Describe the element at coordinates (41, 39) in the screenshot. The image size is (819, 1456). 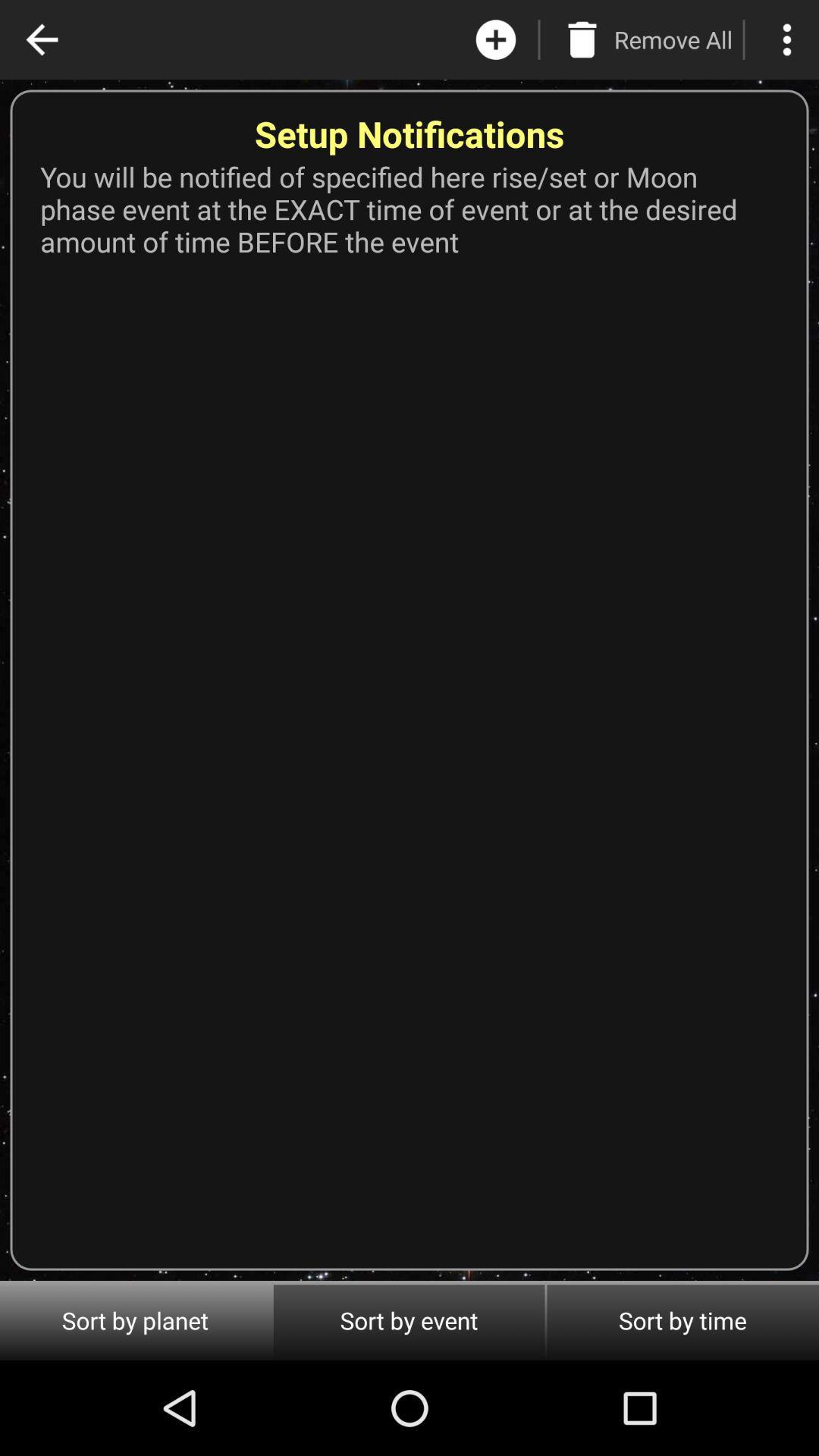
I see `the app above you will be app` at that location.